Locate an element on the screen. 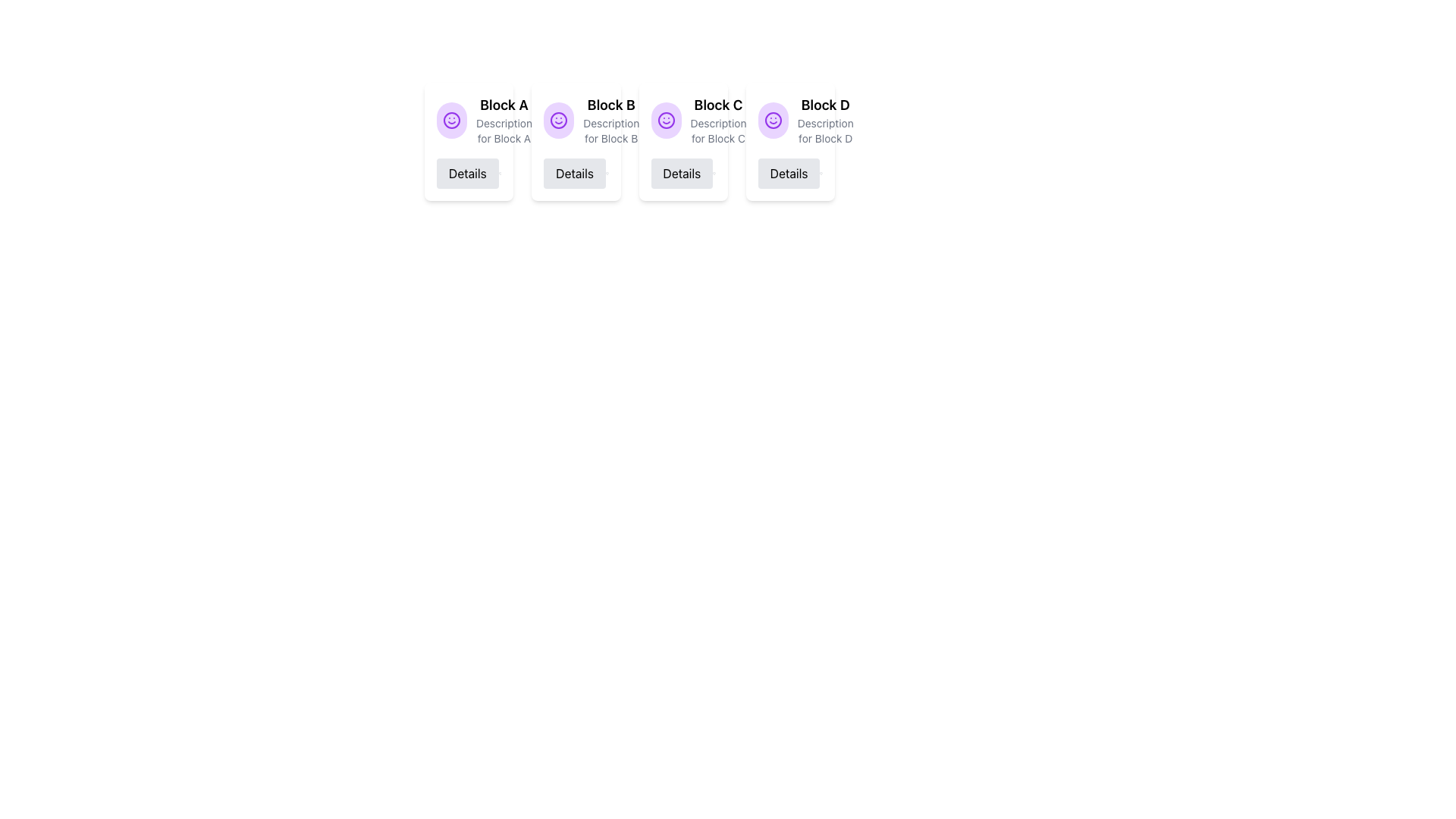 Image resolution: width=1456 pixels, height=819 pixels. the smiley icon representing 'Block A' in the user interface, which is located within the card for 'Block A', above the text and to the left of the 'Details' button is located at coordinates (450, 119).